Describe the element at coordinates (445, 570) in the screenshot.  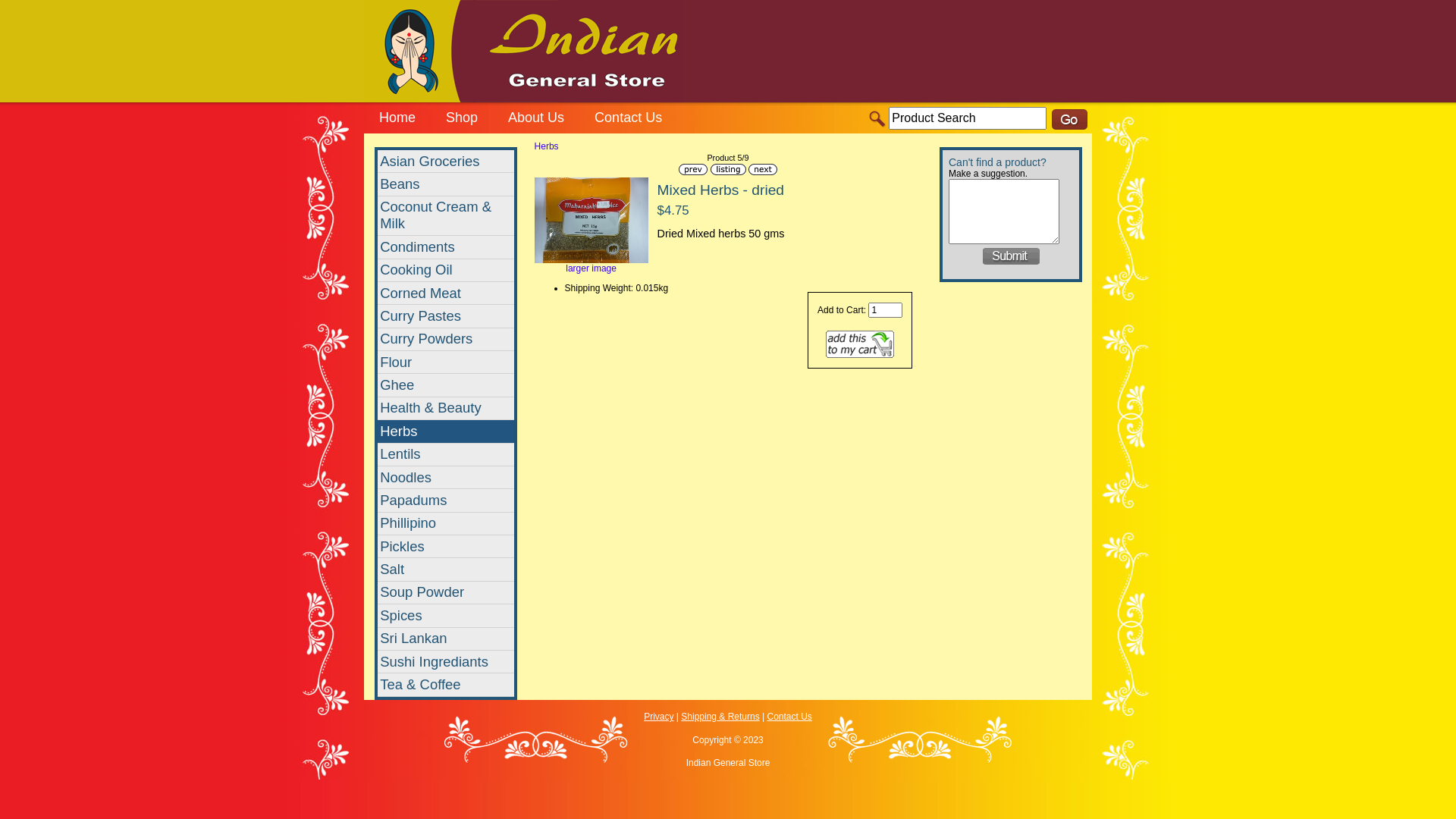
I see `'Salt'` at that location.